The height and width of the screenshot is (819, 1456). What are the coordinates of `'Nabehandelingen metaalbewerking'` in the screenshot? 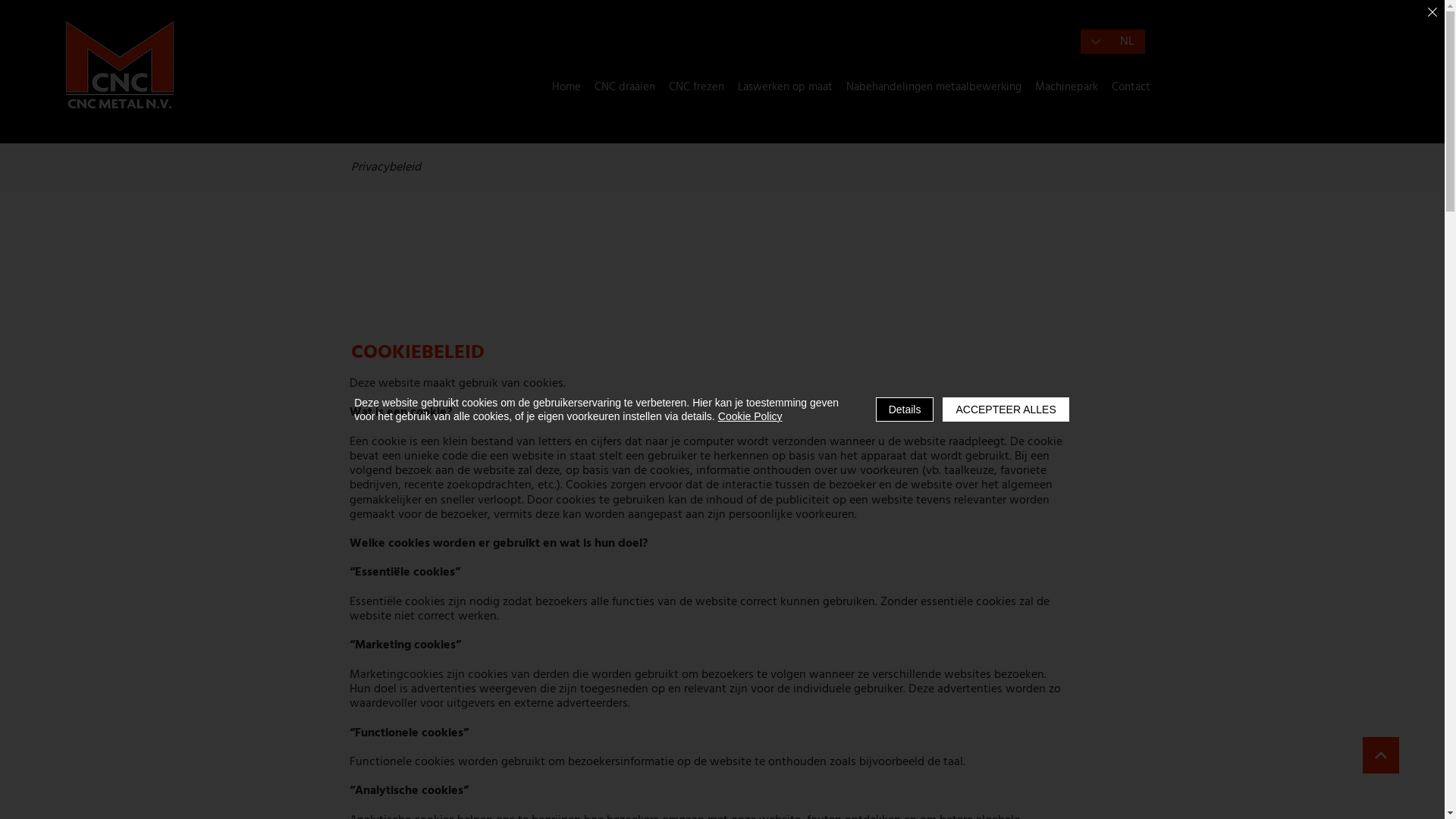 It's located at (933, 87).